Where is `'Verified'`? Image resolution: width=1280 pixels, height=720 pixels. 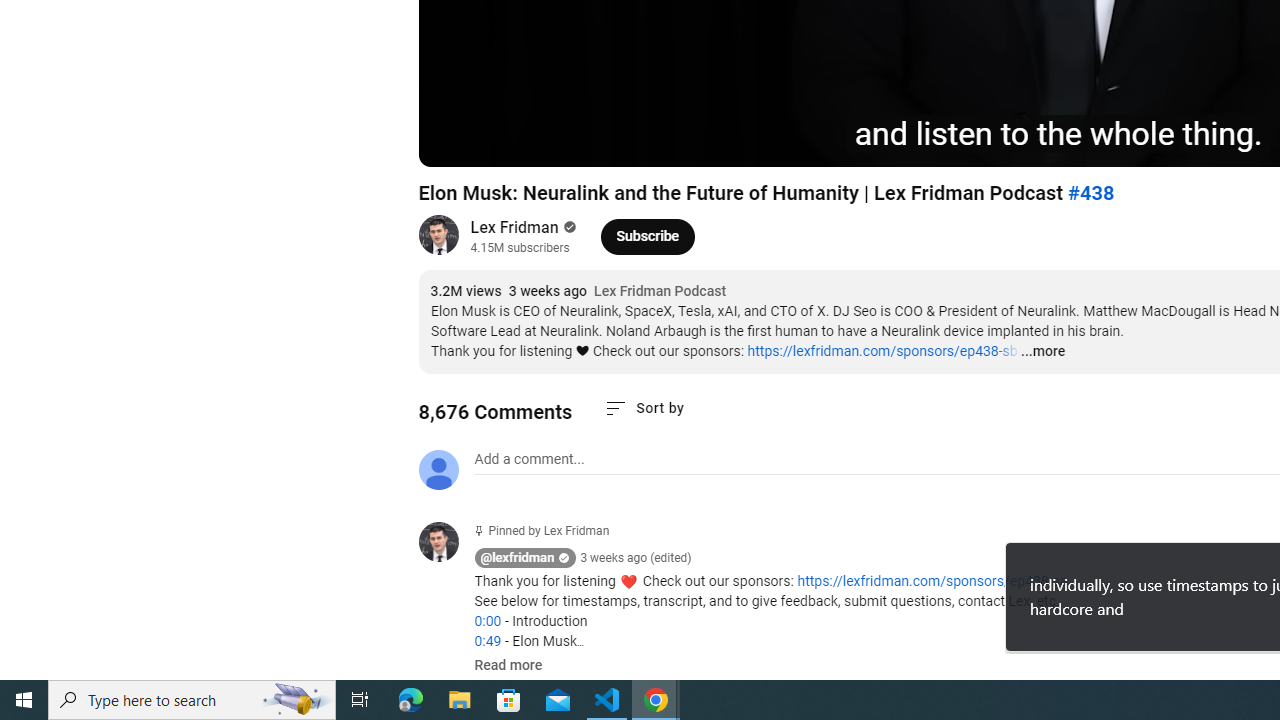 'Verified' is located at coordinates (566, 226).